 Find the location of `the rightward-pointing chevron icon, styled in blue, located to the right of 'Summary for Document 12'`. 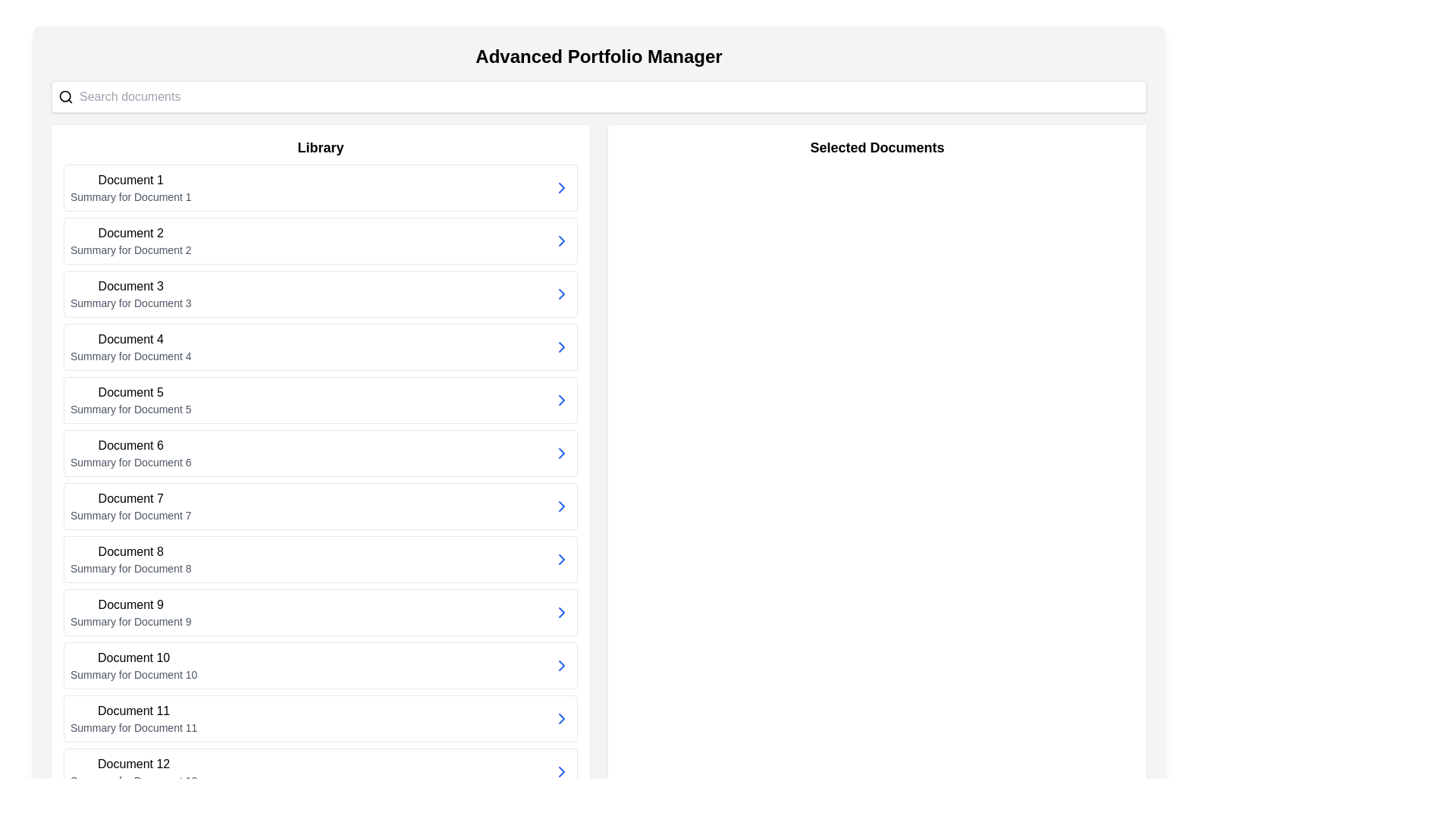

the rightward-pointing chevron icon, styled in blue, located to the right of 'Summary for Document 12' is located at coordinates (560, 772).